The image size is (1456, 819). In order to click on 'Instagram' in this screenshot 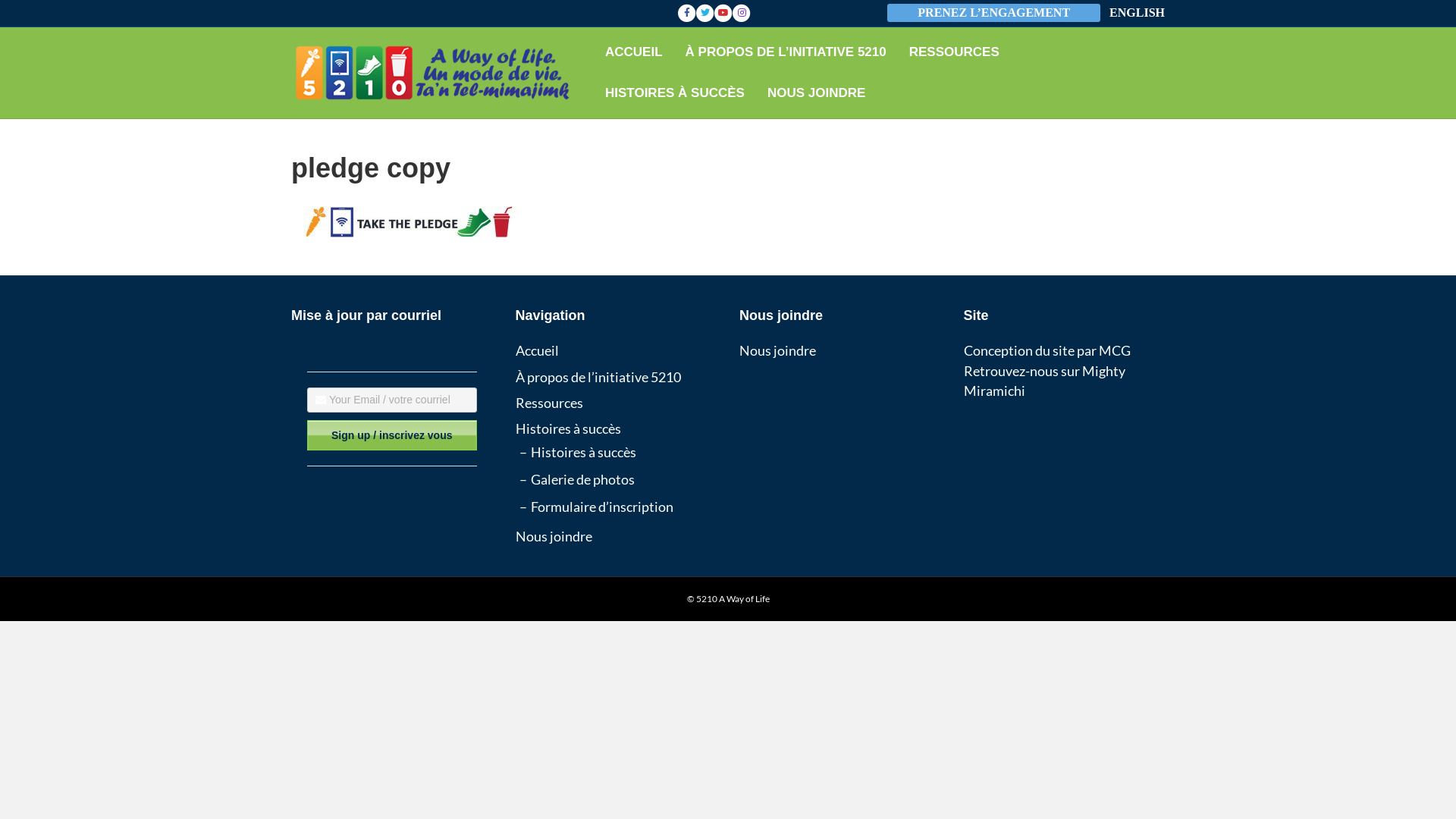, I will do `click(742, 12)`.